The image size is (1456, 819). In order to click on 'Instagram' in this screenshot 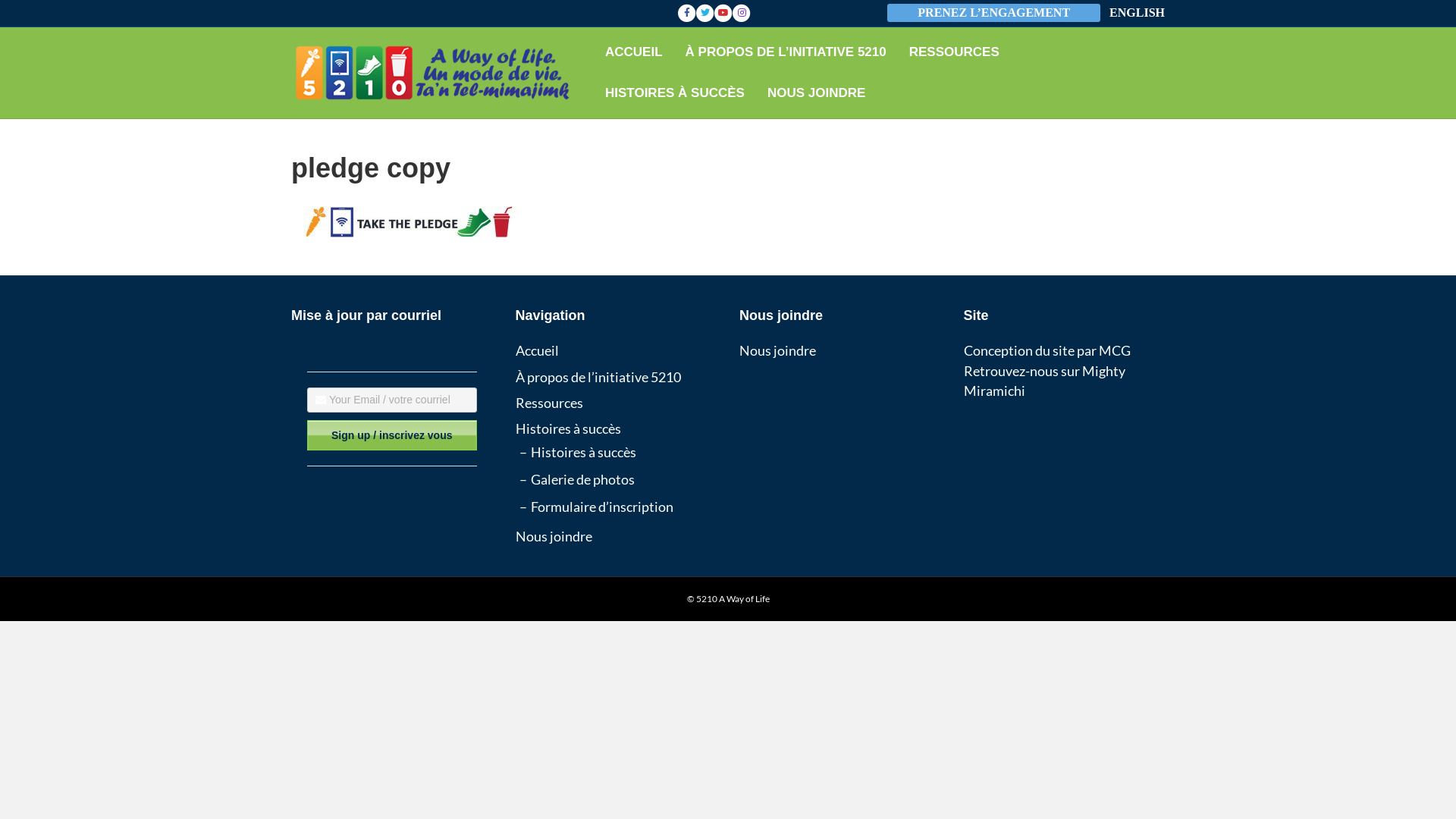, I will do `click(742, 12)`.